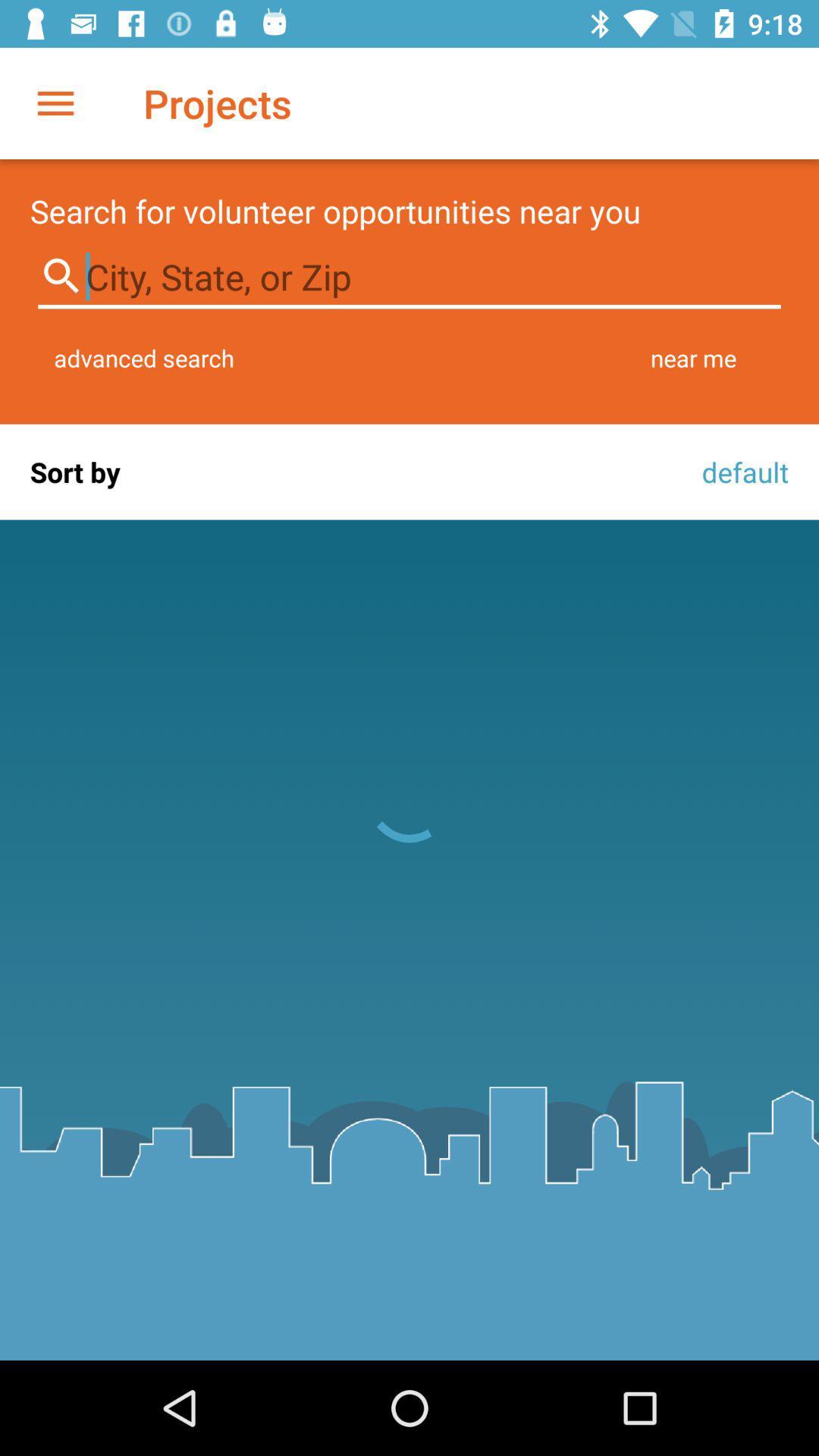  Describe the element at coordinates (144, 357) in the screenshot. I see `advanced search item` at that location.